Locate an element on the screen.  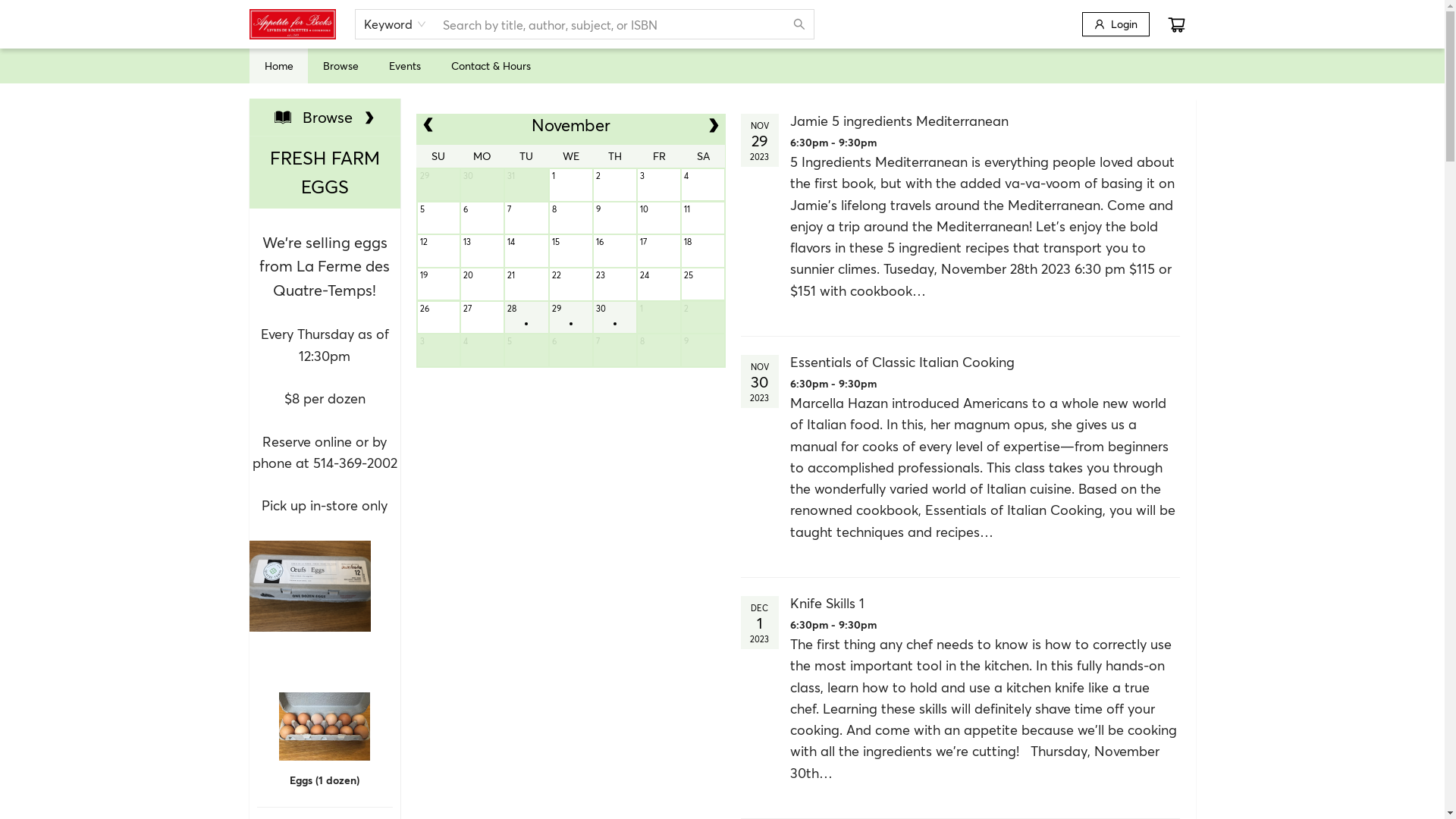
'Events' is located at coordinates (388, 64).